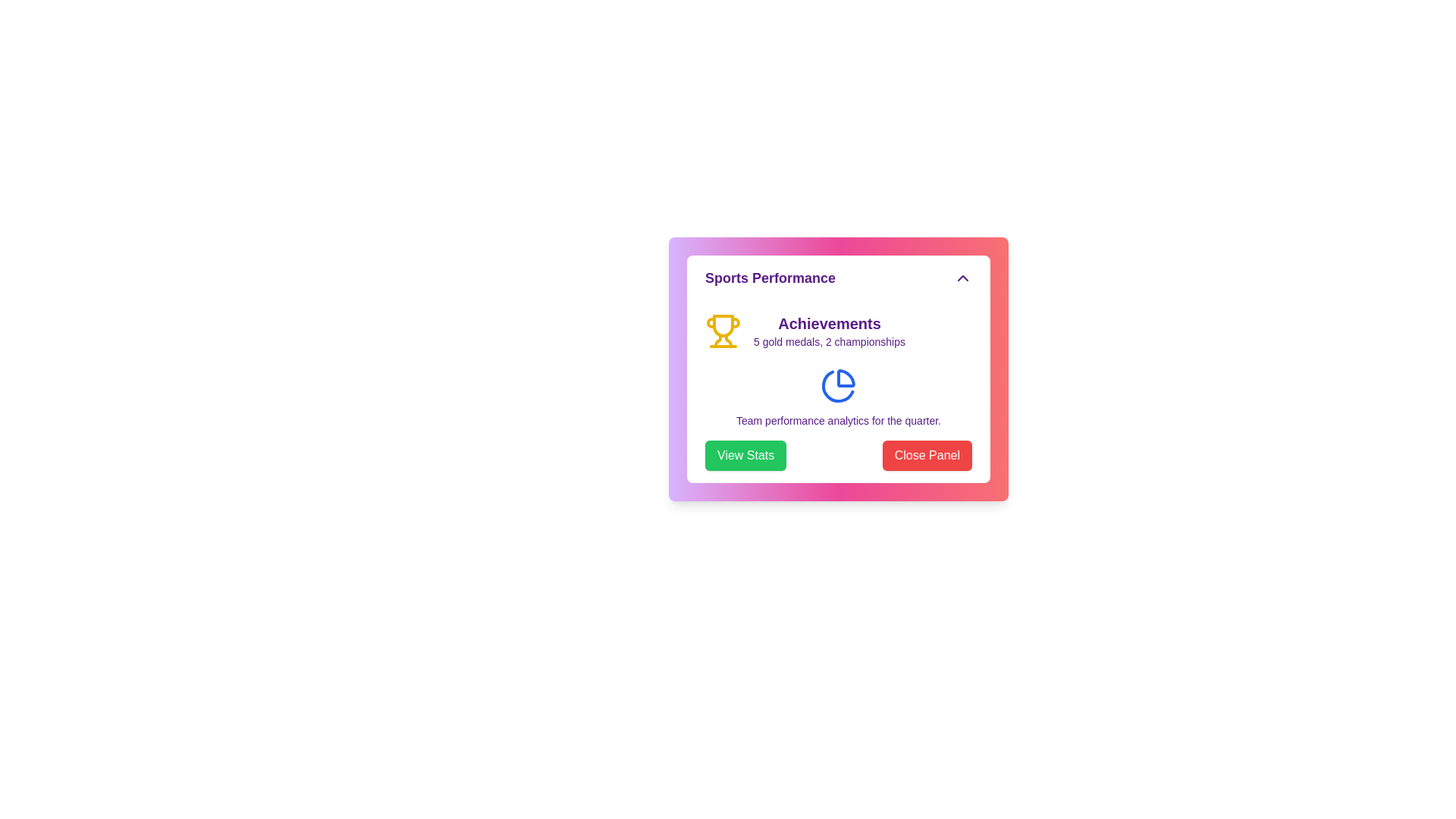  What do you see at coordinates (745, 455) in the screenshot?
I see `the leftmost button at the bottom of the panel` at bounding box center [745, 455].